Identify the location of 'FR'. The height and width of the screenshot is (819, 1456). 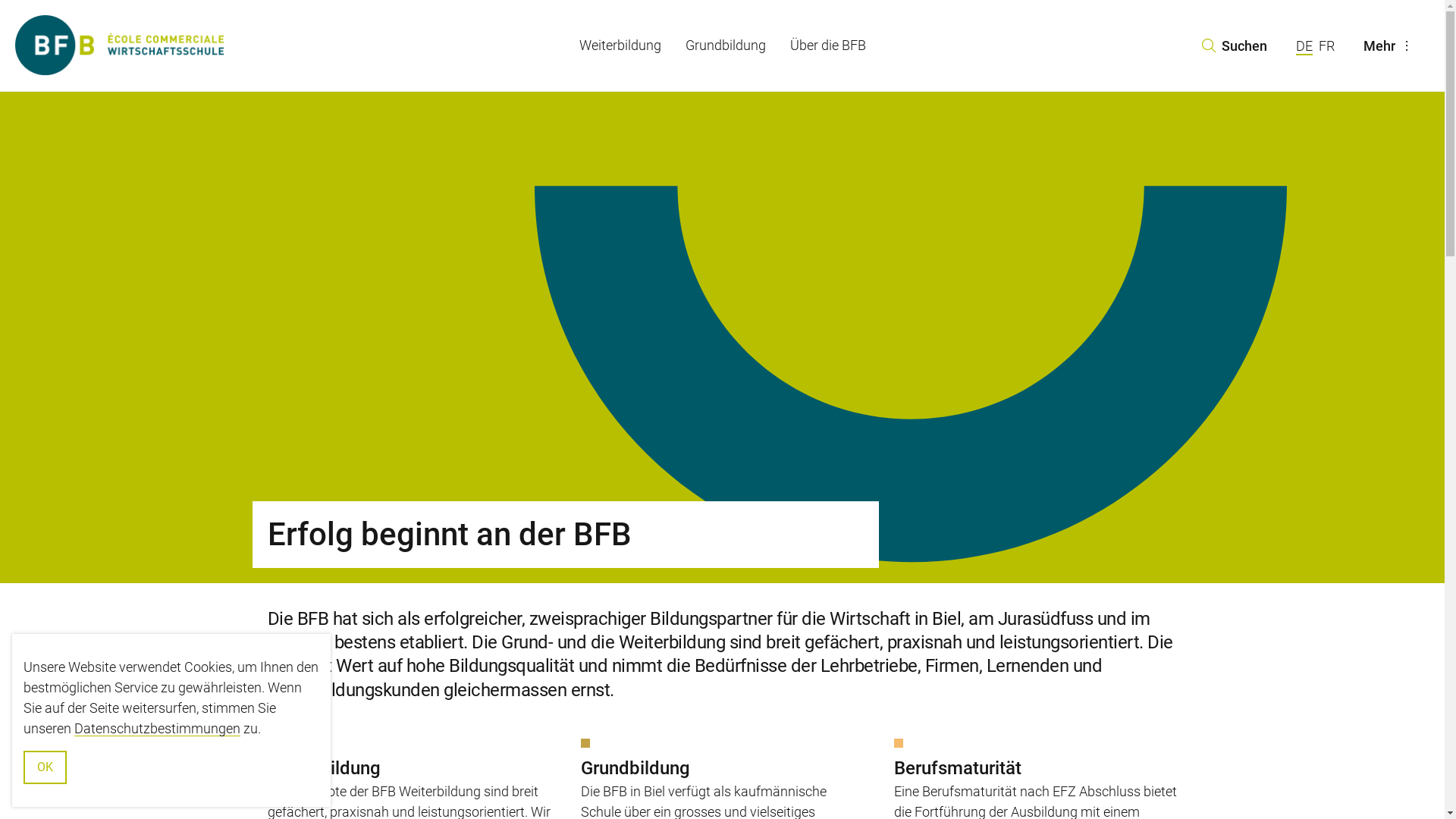
(1325, 45).